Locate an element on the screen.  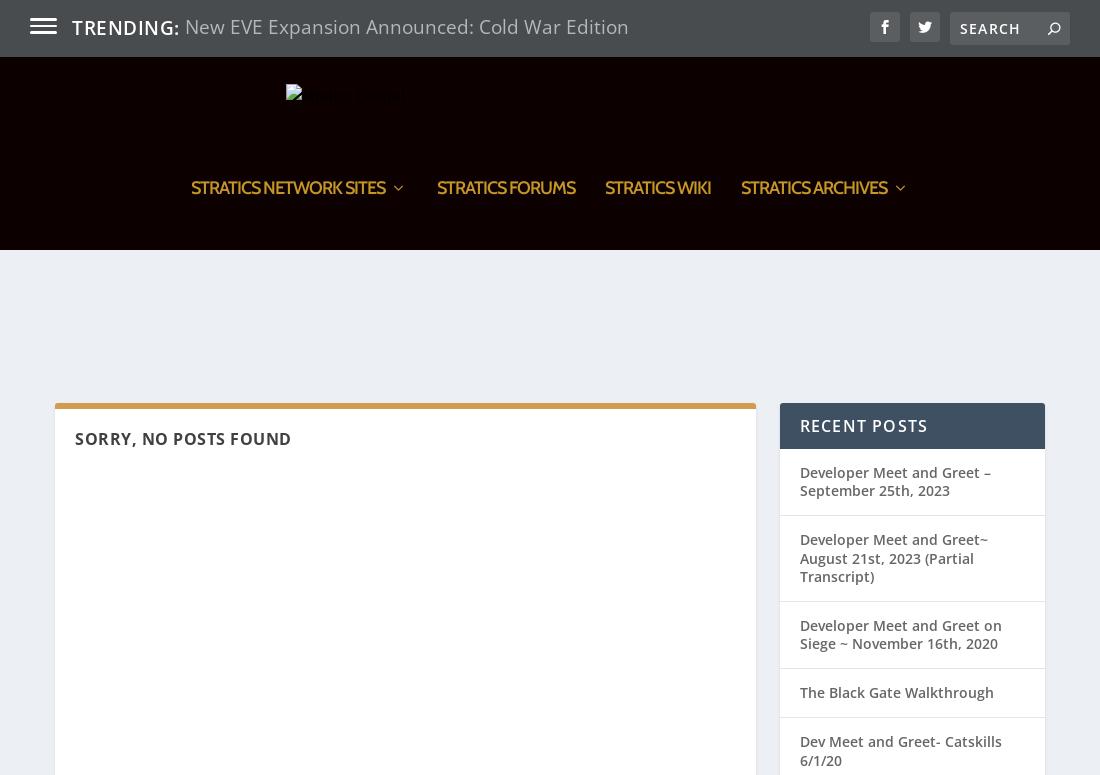
'TRENDING:' is located at coordinates (125, 27).